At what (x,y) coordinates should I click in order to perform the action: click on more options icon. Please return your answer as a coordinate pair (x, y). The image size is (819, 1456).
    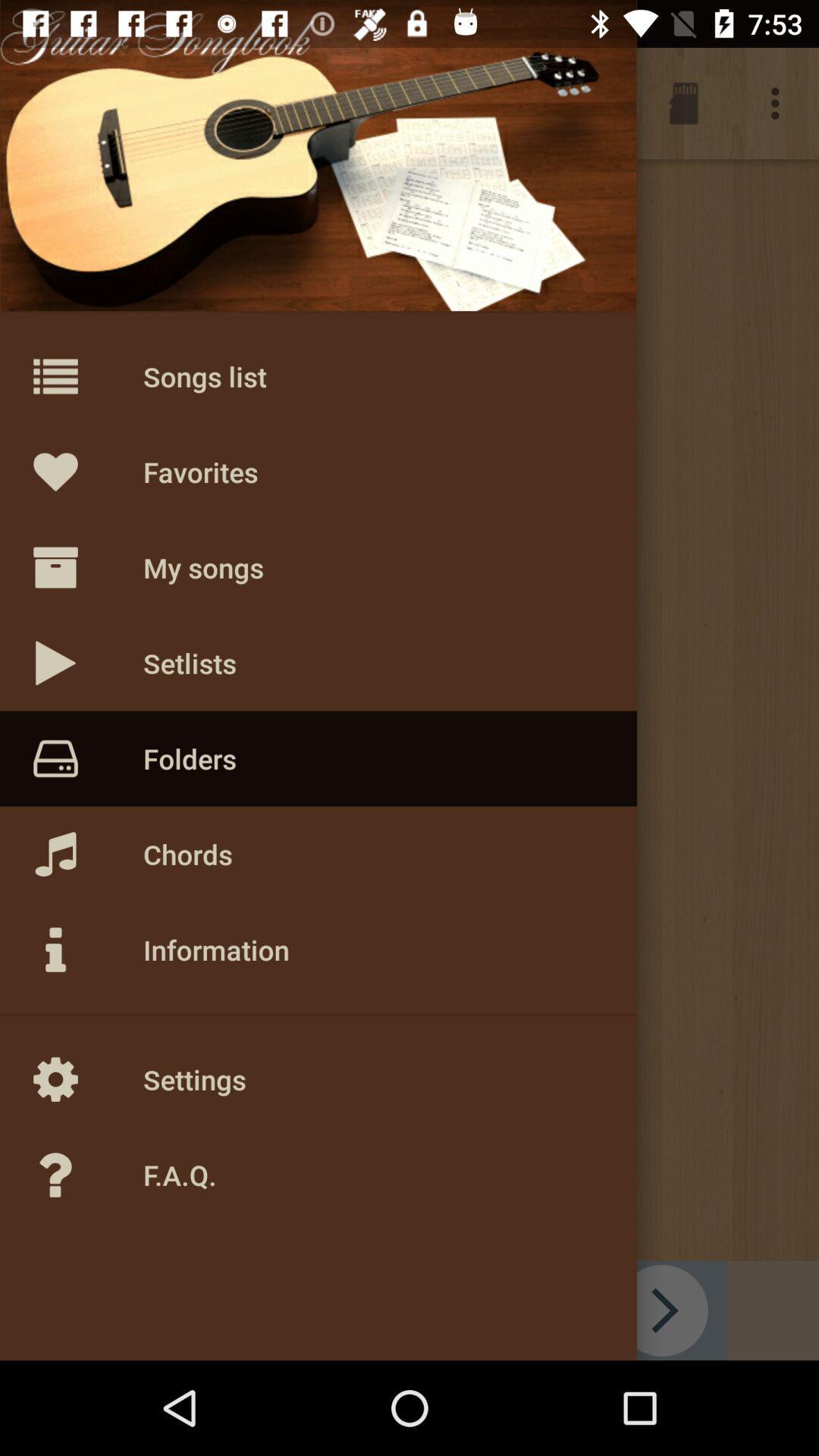
    Looking at the image, I should click on (779, 103).